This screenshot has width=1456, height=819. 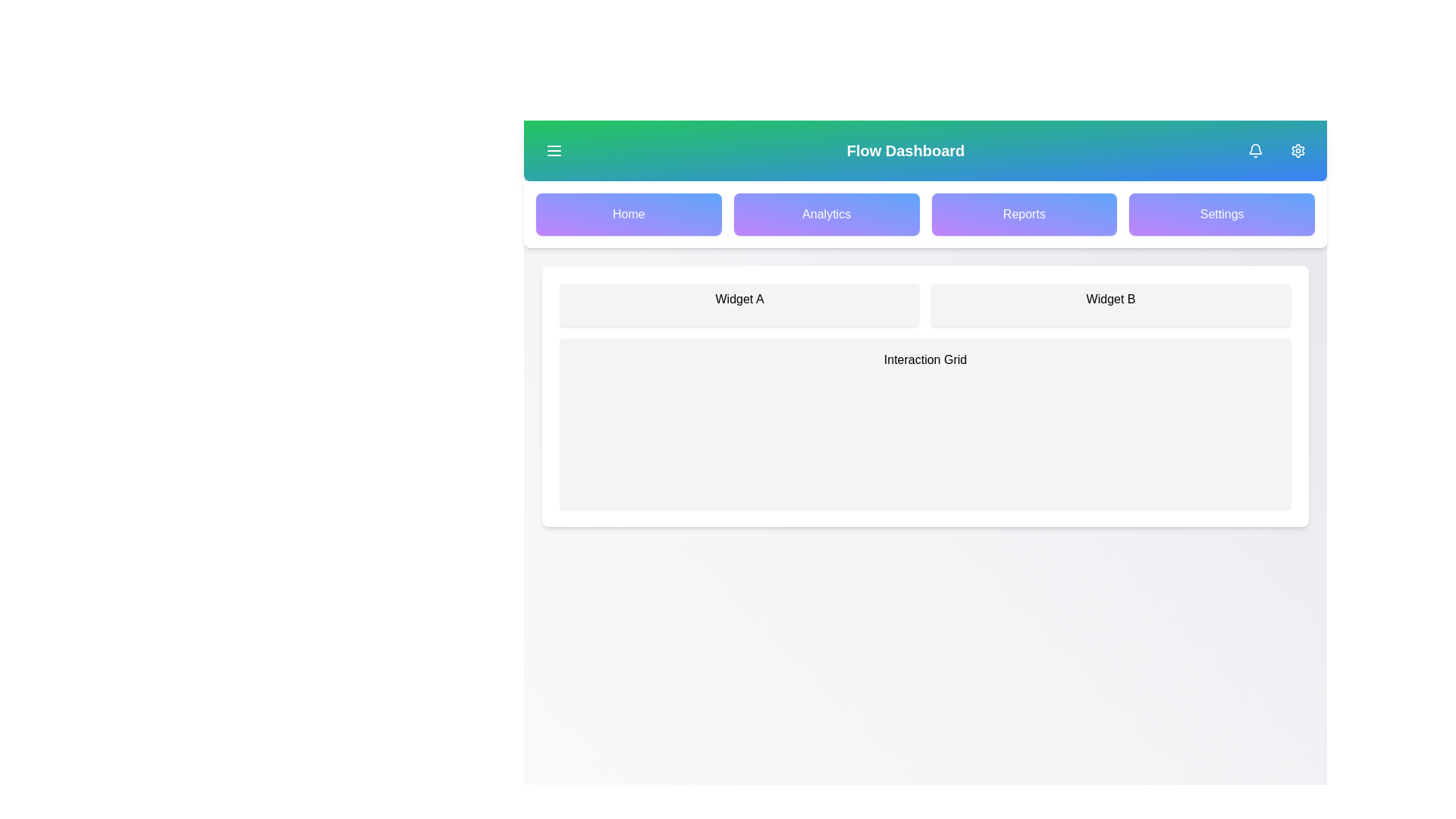 What do you see at coordinates (553, 151) in the screenshot?
I see `menu button to toggle the menu visibility` at bounding box center [553, 151].